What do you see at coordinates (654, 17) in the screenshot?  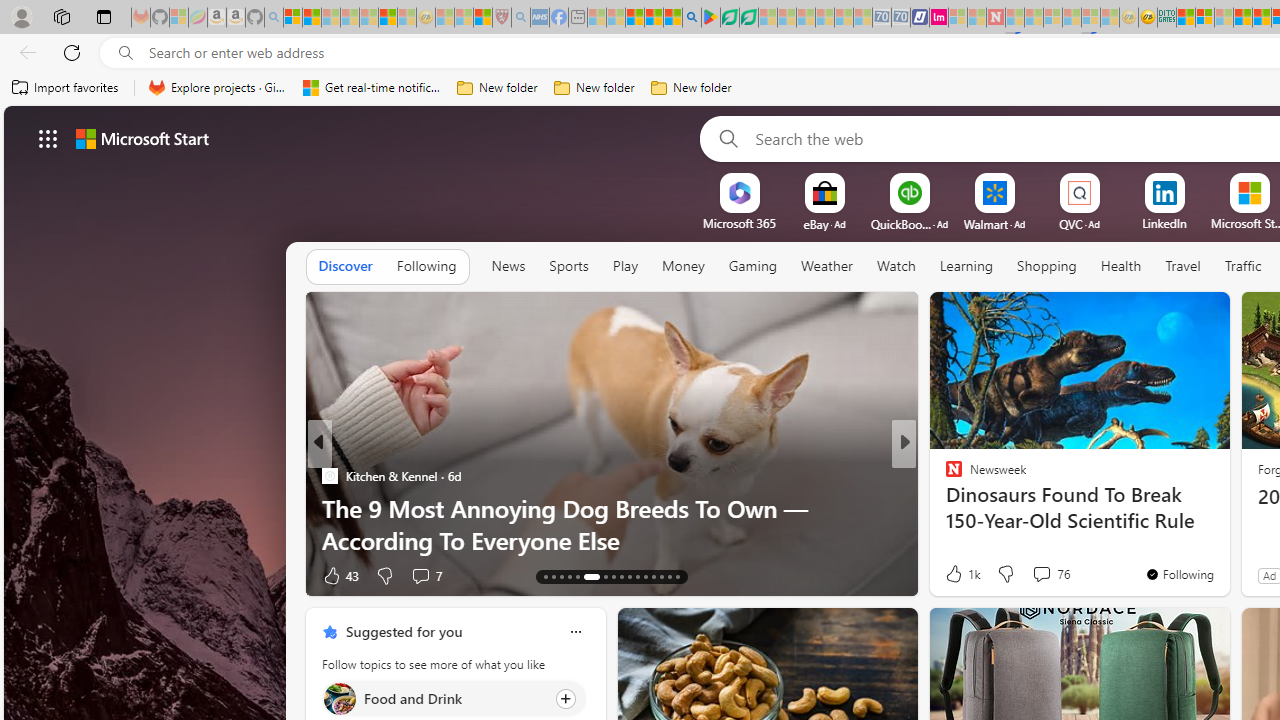 I see `'Pets - MSN'` at bounding box center [654, 17].